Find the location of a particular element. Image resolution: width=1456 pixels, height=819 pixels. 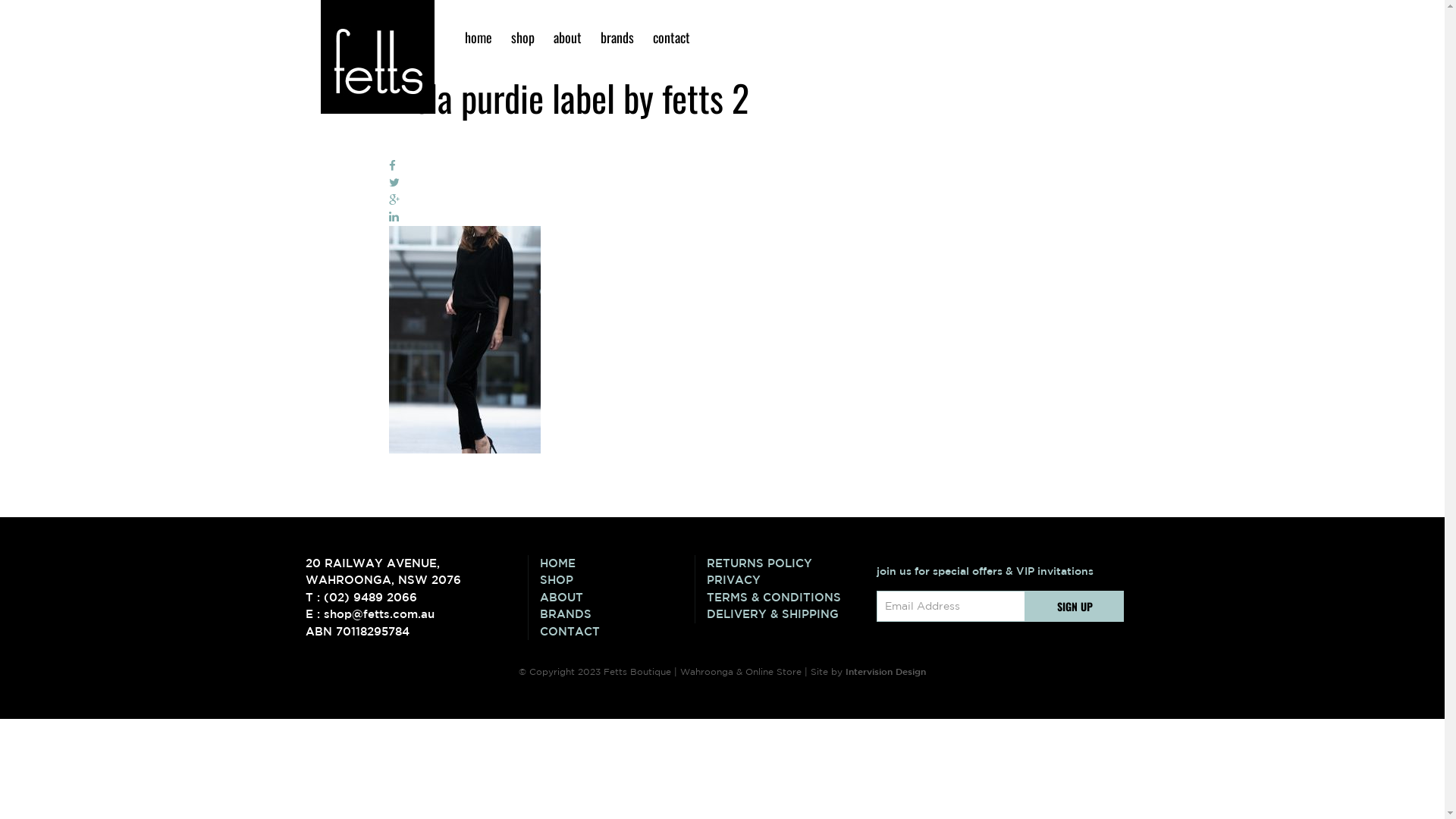

'about' is located at coordinates (546, 36).